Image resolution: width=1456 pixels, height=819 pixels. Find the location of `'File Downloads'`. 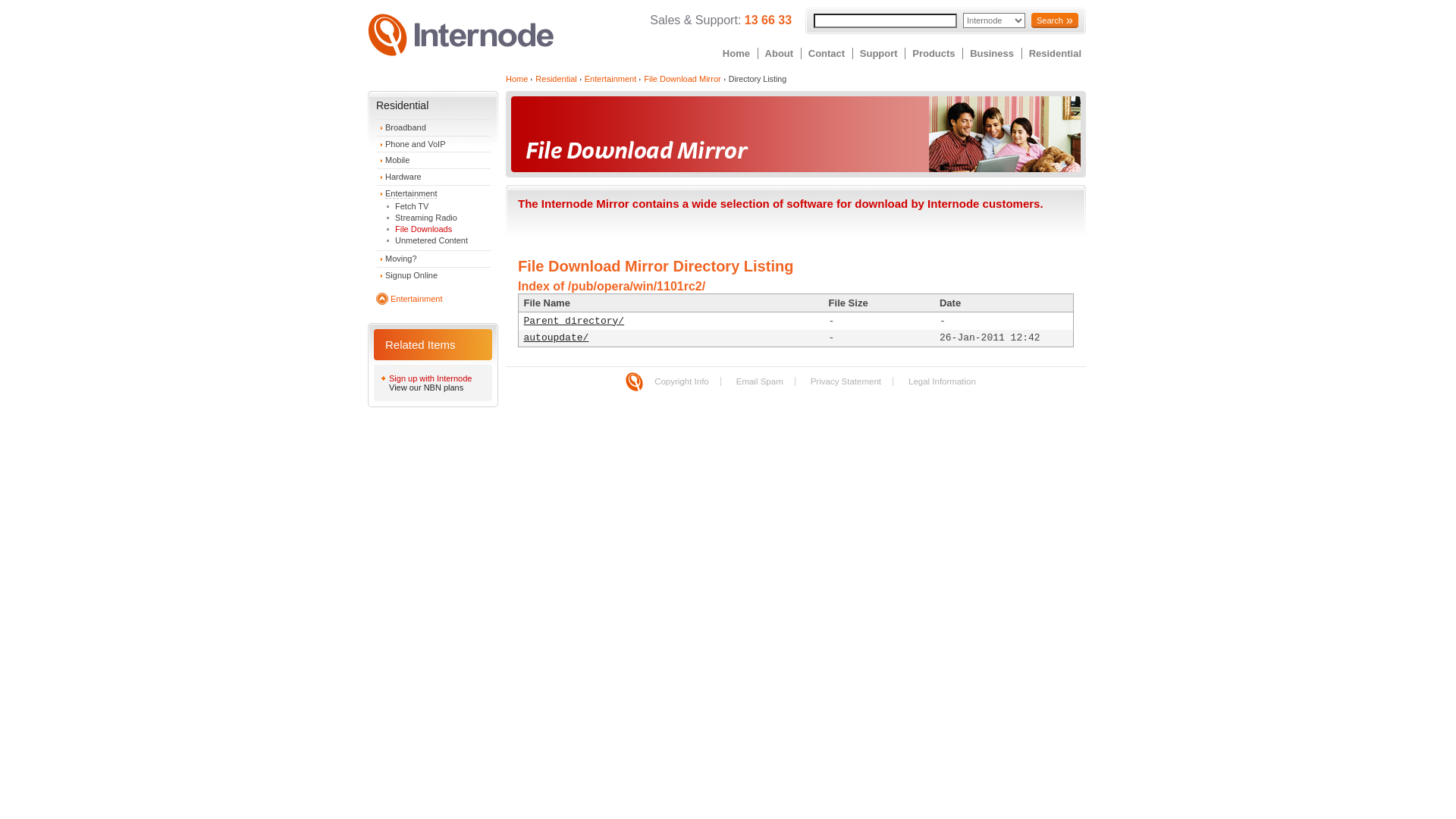

'File Downloads' is located at coordinates (423, 228).